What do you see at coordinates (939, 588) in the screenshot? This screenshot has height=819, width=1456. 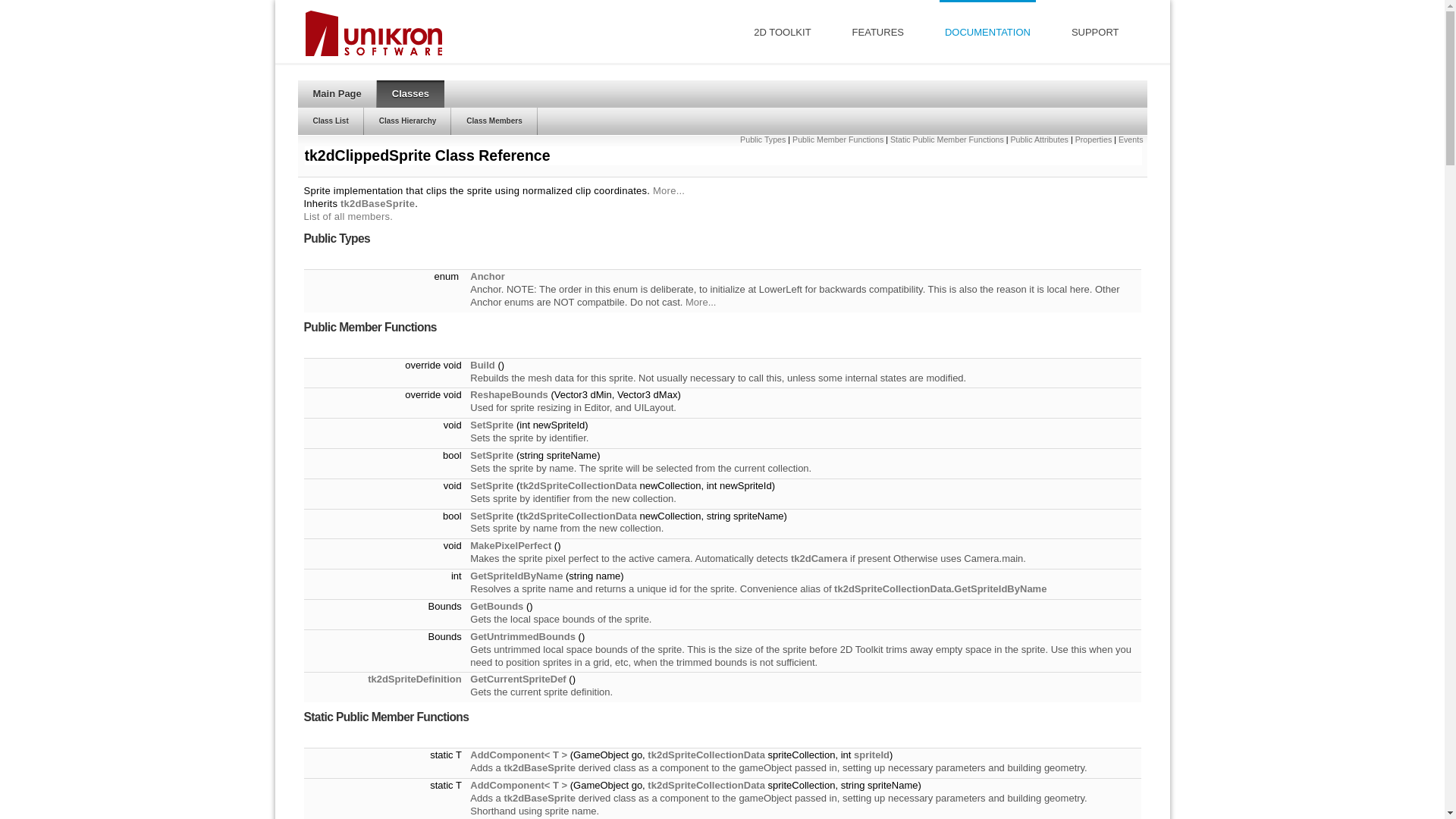 I see `'tk2dSpriteCollectionData.GetSpriteIdByName'` at bounding box center [939, 588].